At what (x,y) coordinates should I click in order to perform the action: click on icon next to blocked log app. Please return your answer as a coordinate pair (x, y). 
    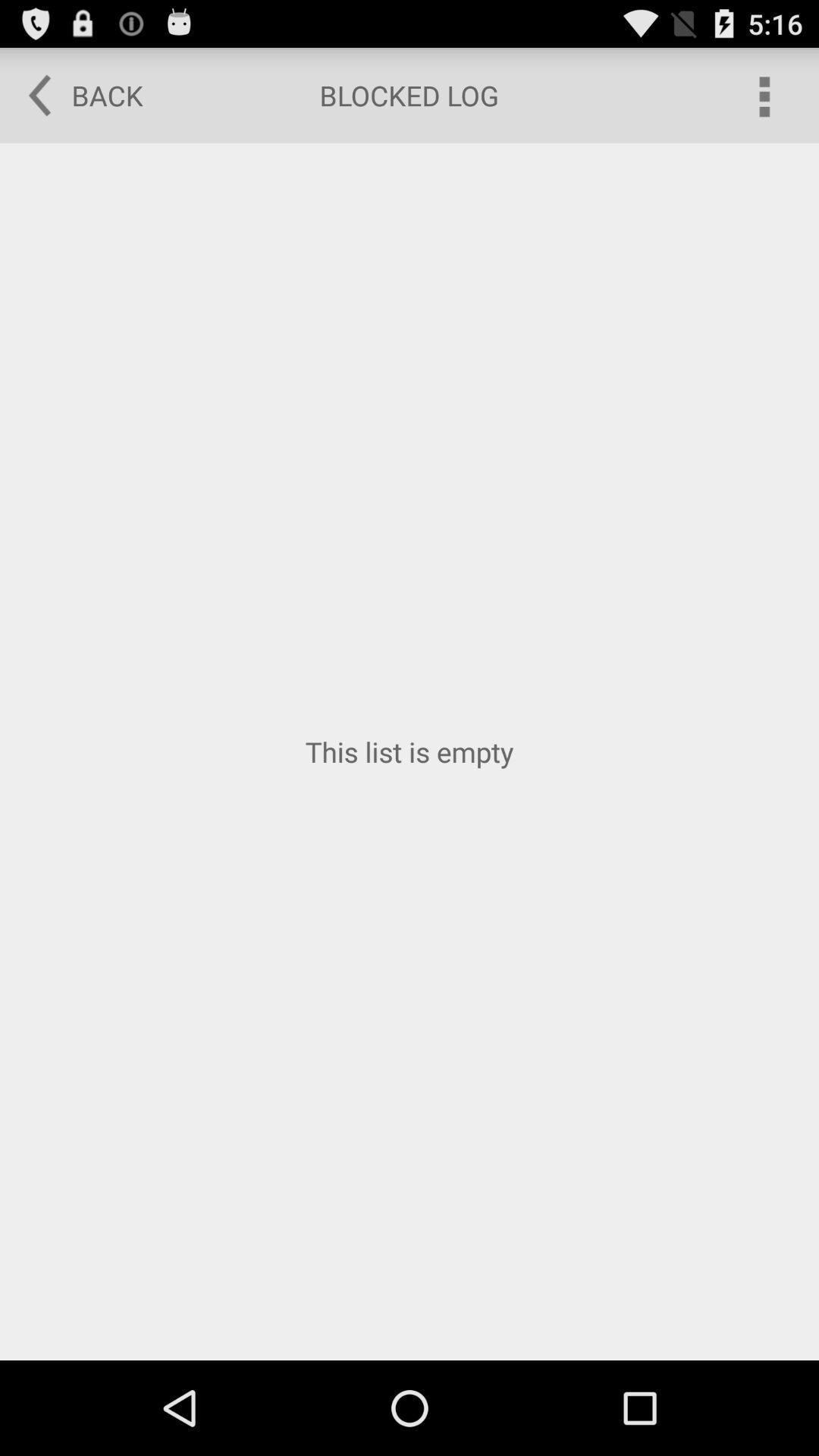
    Looking at the image, I should click on (763, 94).